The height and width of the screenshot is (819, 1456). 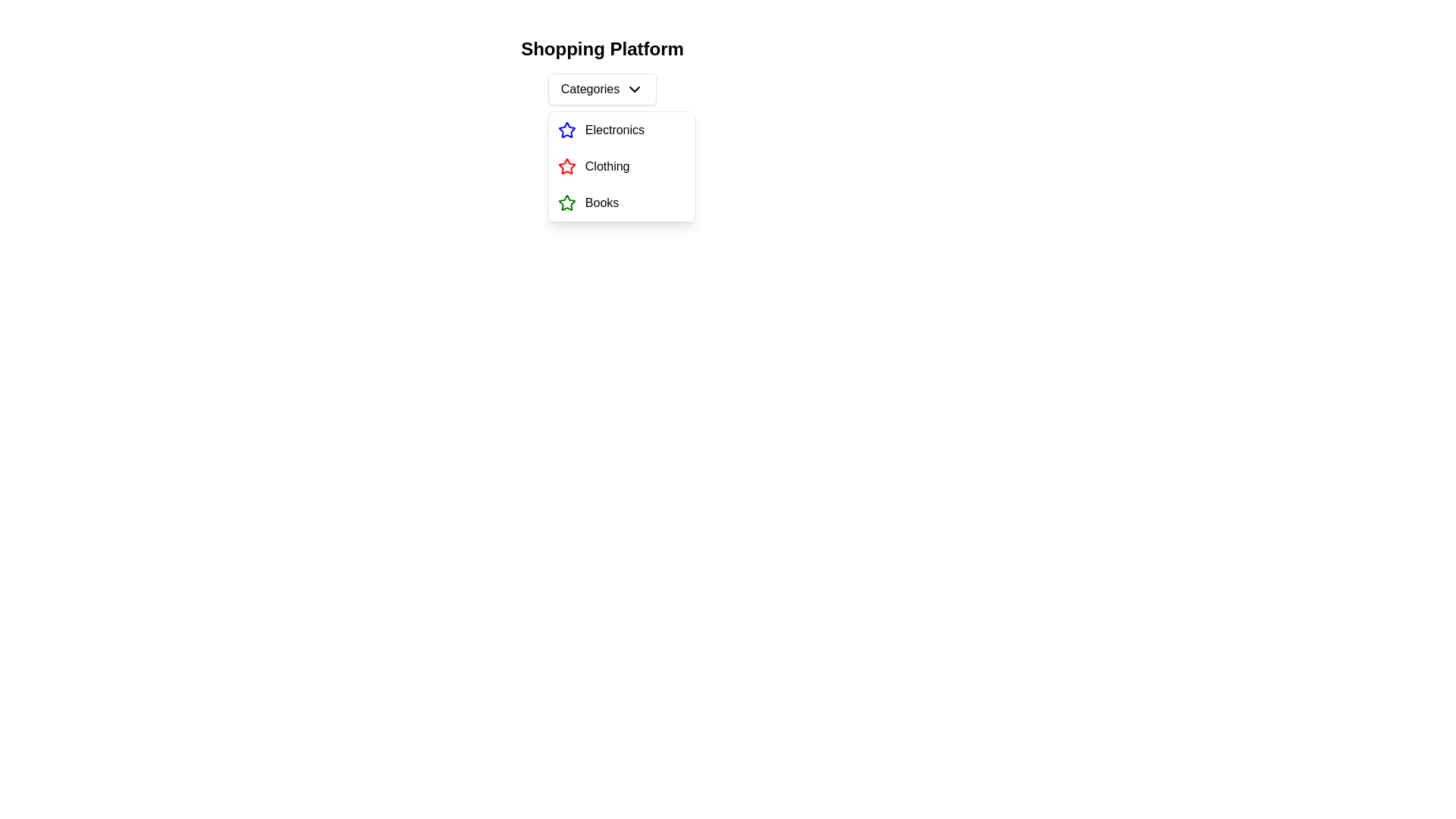 I want to click on the Dropdown button located below the title 'Shopping Platform', so click(x=601, y=89).